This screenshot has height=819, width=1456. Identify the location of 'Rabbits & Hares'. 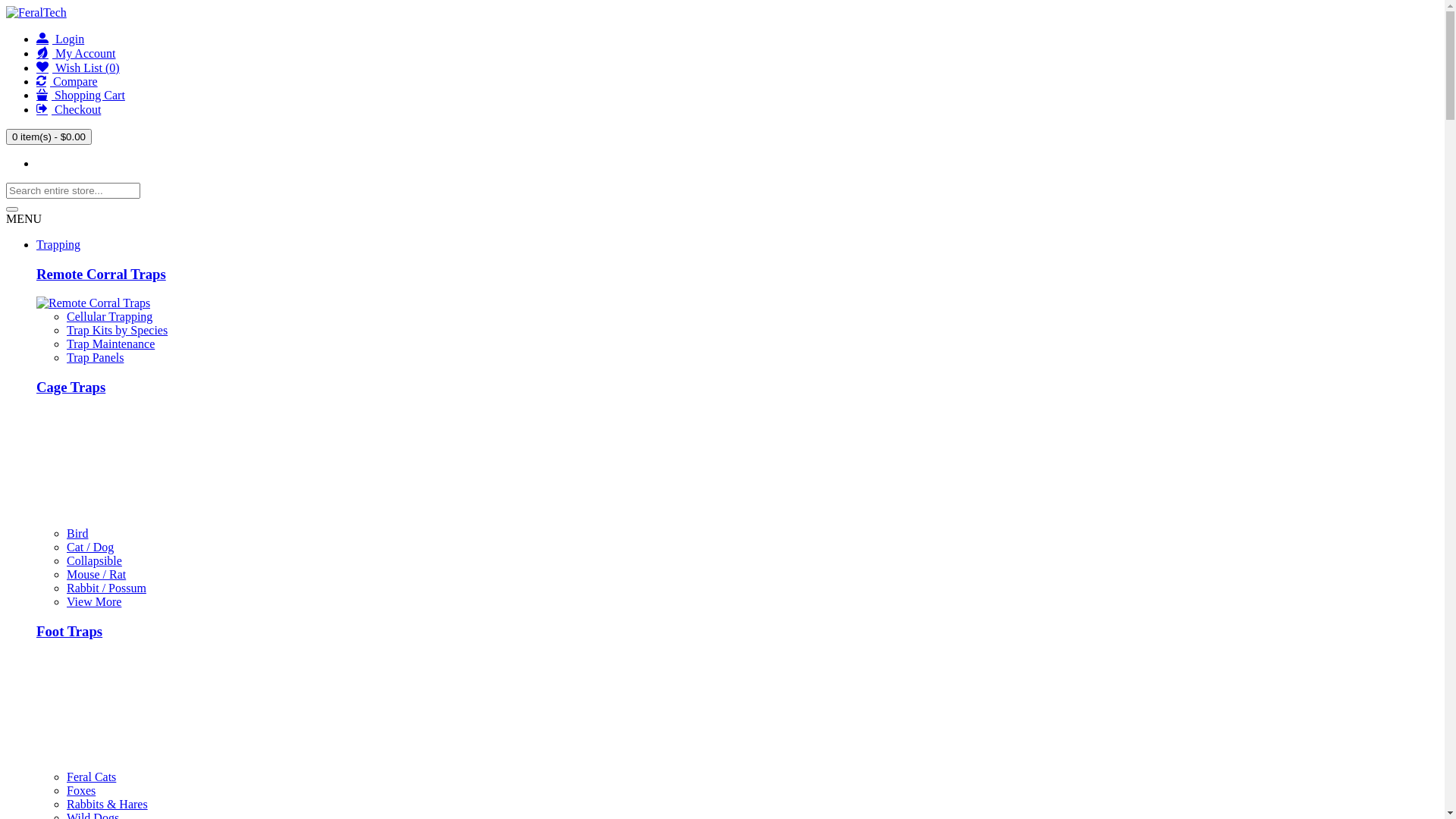
(106, 803).